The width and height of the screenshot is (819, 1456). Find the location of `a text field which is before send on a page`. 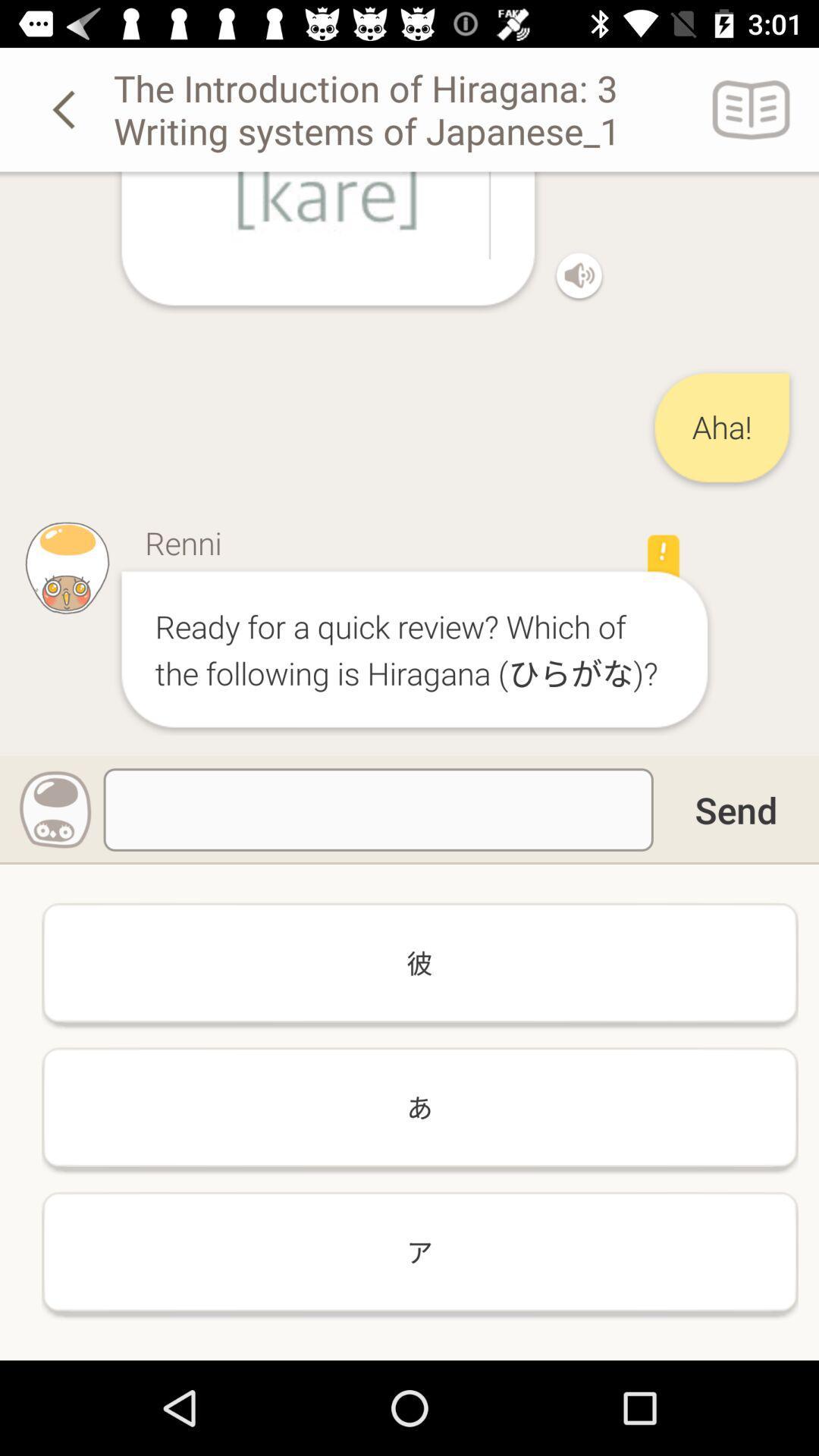

a text field which is before send on a page is located at coordinates (378, 809).